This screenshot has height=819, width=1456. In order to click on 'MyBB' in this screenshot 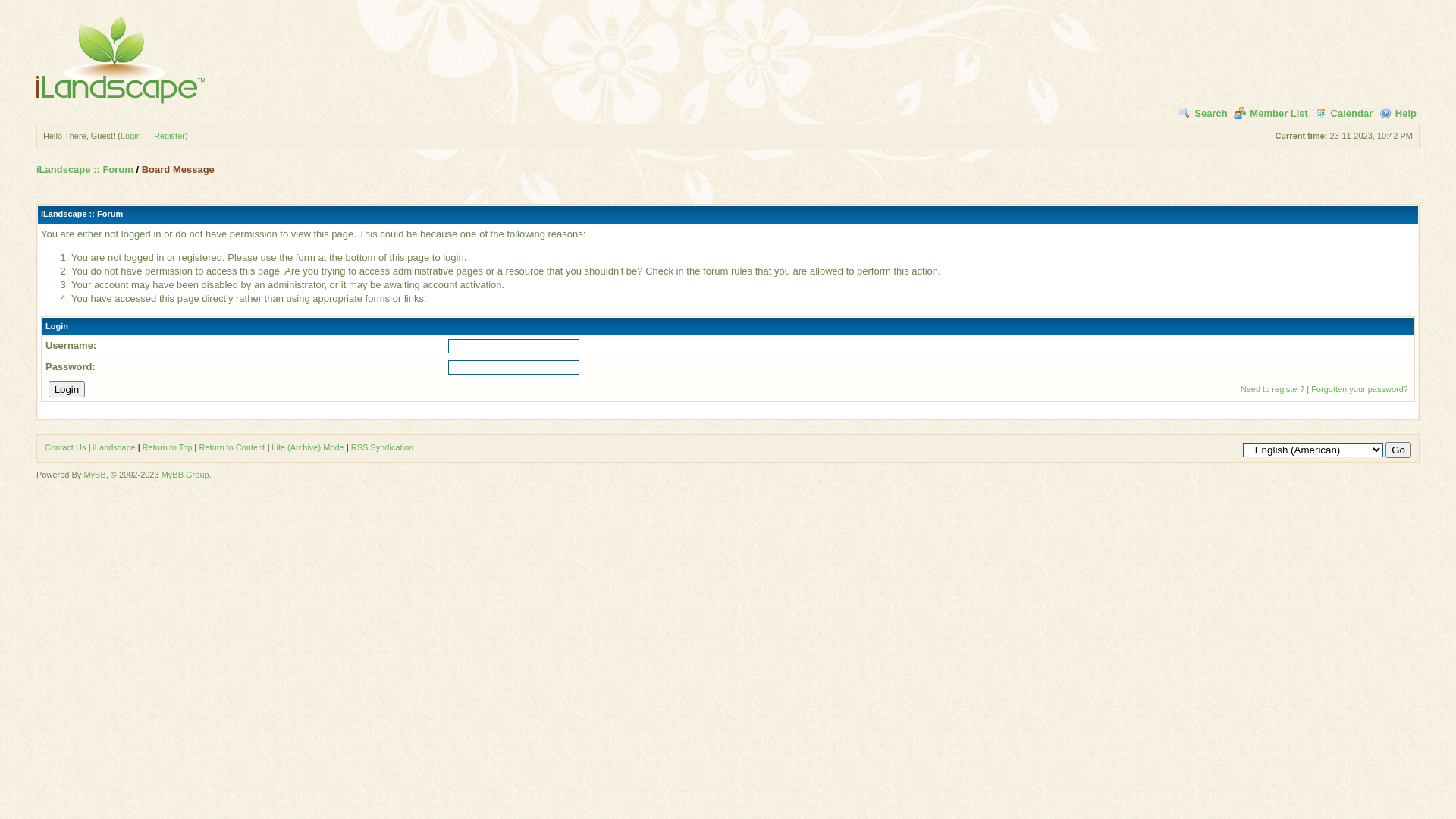, I will do `click(93, 473)`.